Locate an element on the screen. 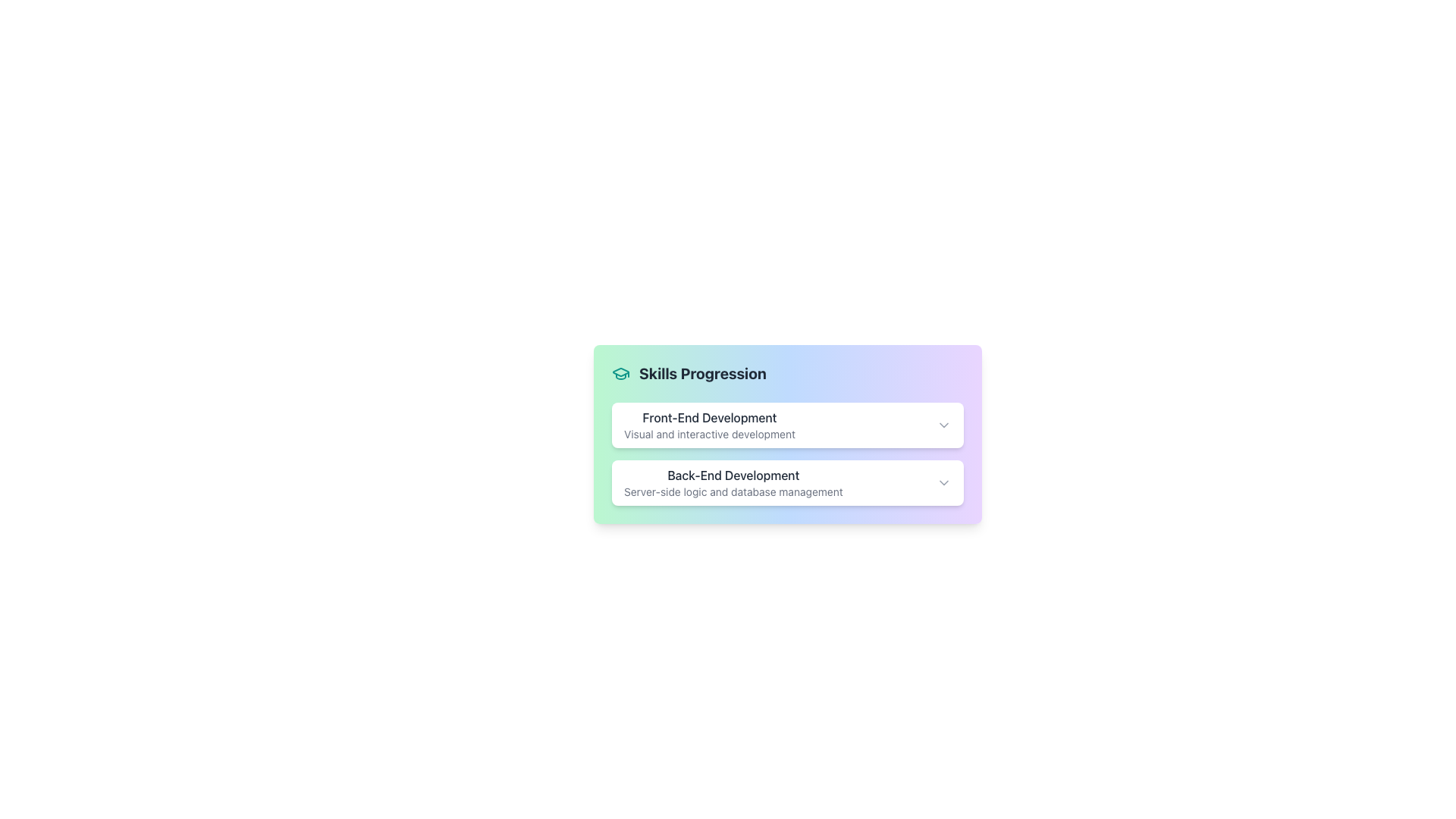 The height and width of the screenshot is (819, 1456). textual content of the second item in the 'Skills Progression' section of the Collapsible List Item, which includes a bold header and supplementary description text is located at coordinates (787, 453).